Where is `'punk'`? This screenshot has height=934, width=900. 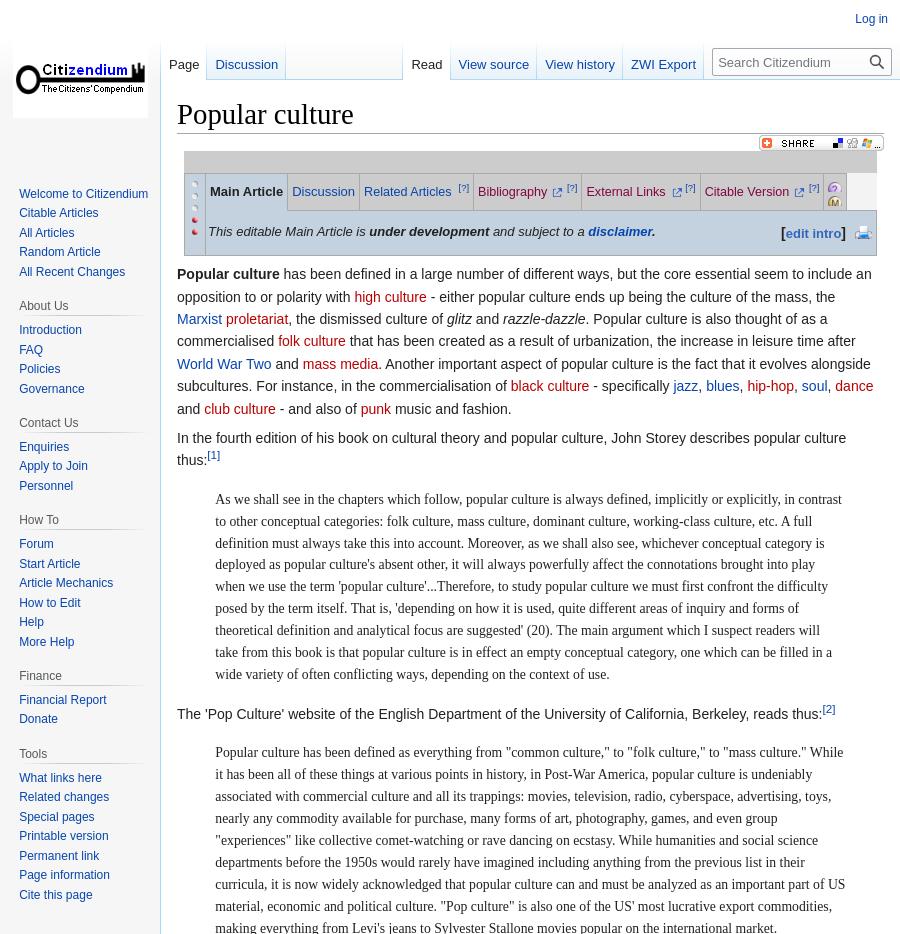 'punk' is located at coordinates (375, 406).